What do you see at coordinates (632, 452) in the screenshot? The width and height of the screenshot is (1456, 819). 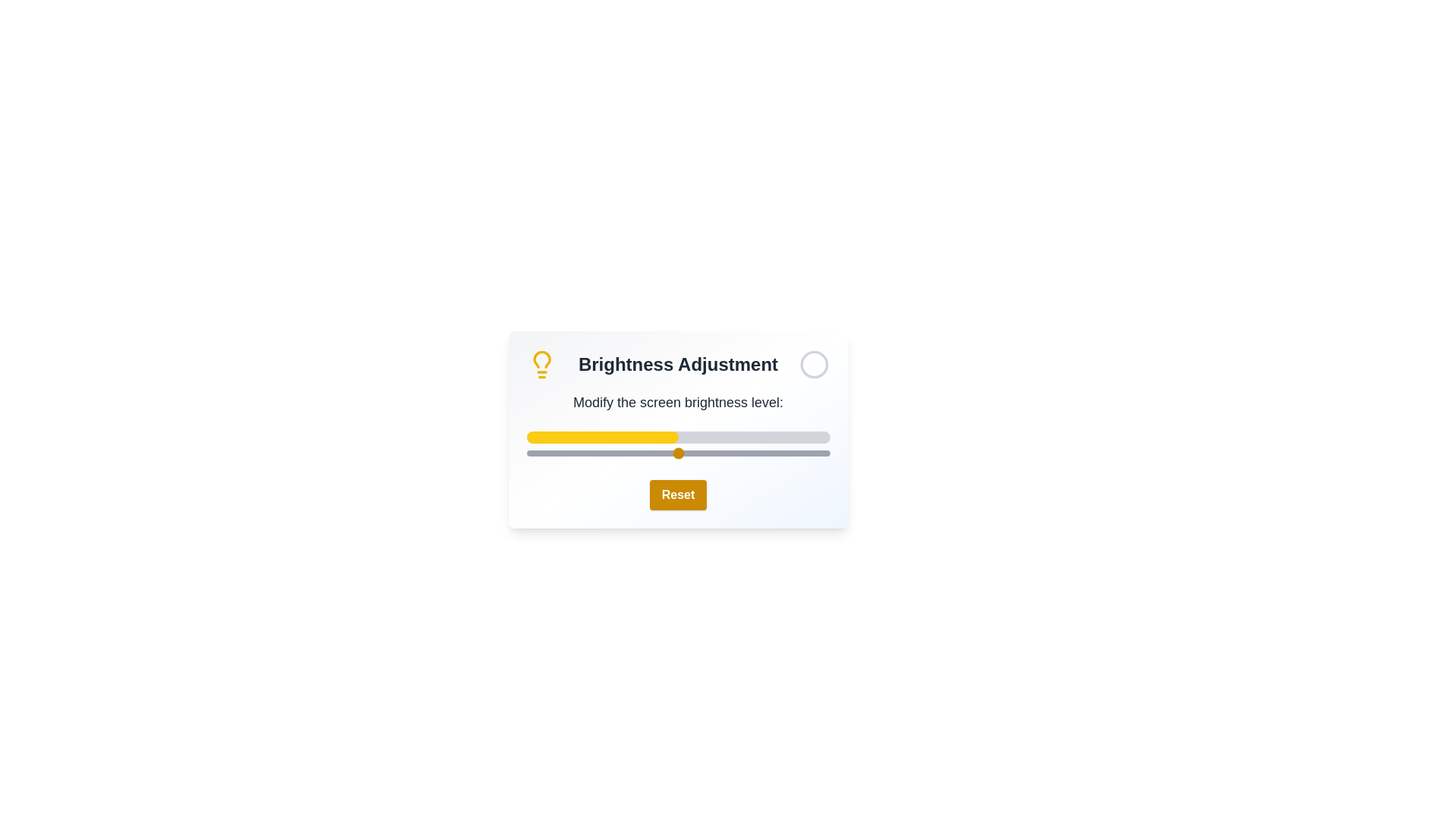 I see `the brightness slider to 35%` at bounding box center [632, 452].